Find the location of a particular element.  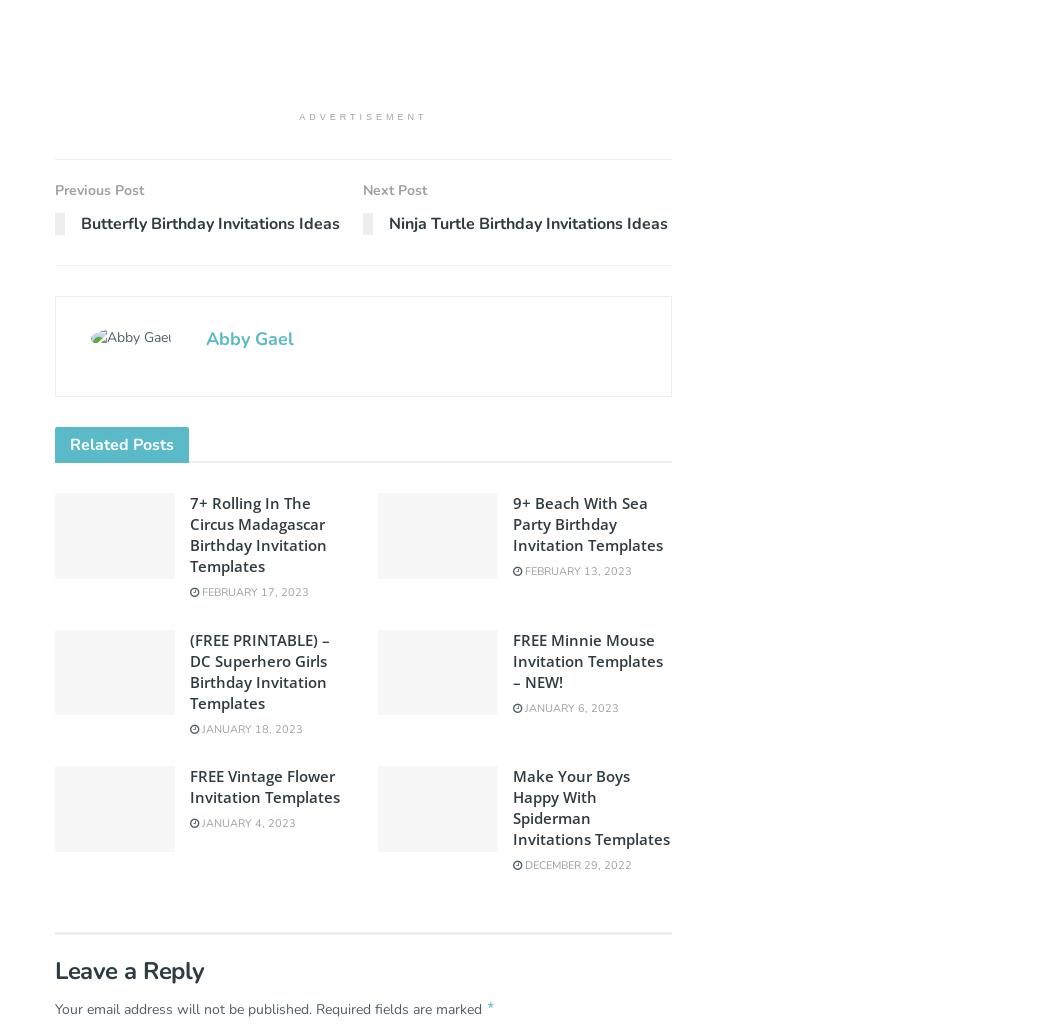

'Related' is located at coordinates (69, 445).